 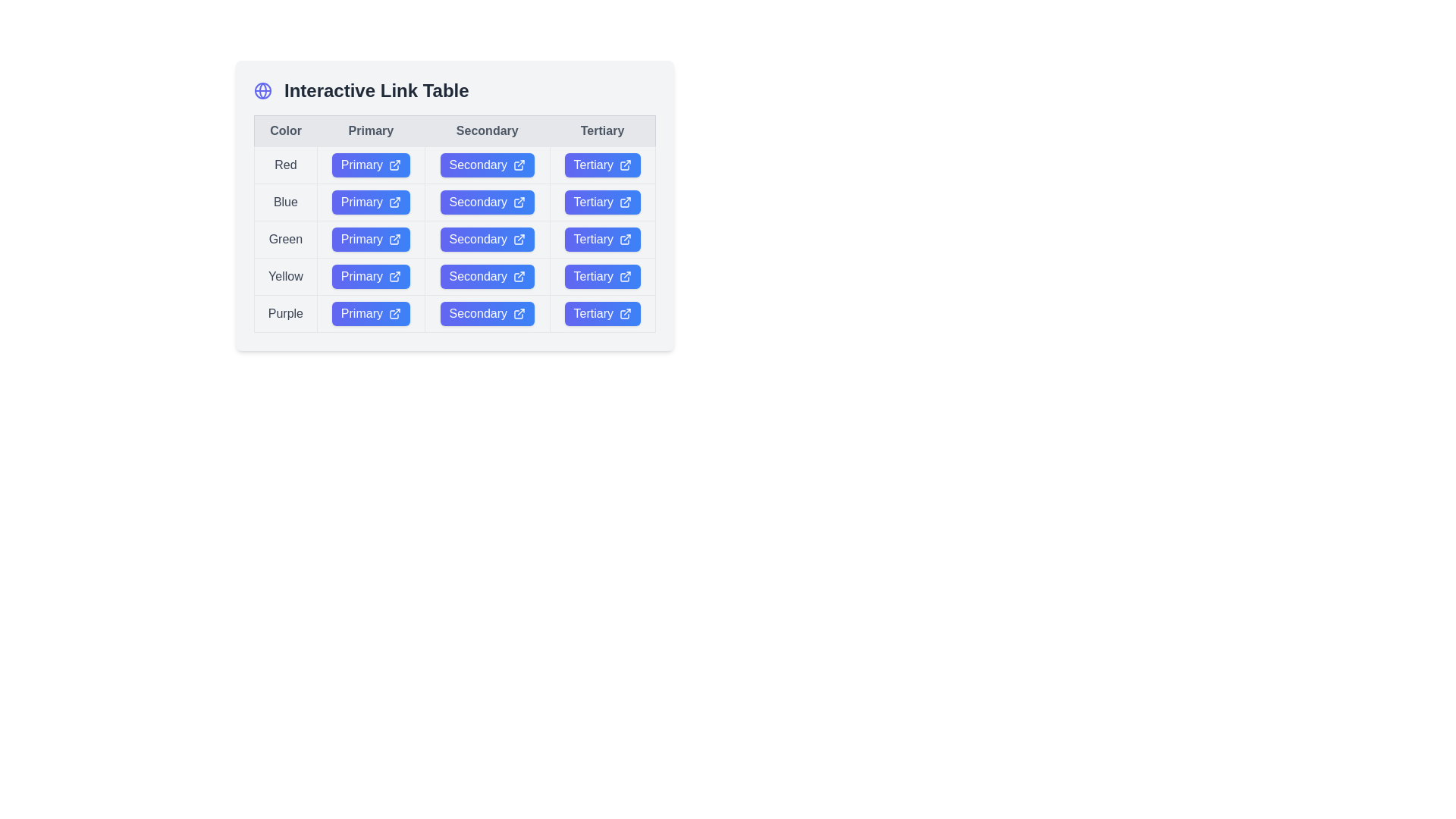 What do you see at coordinates (376, 90) in the screenshot?
I see `the bold text labeled 'Interactive Link Table' which is prominently displayed in gray color and positioned to the right of a globe-like icon within a flexible layout` at bounding box center [376, 90].